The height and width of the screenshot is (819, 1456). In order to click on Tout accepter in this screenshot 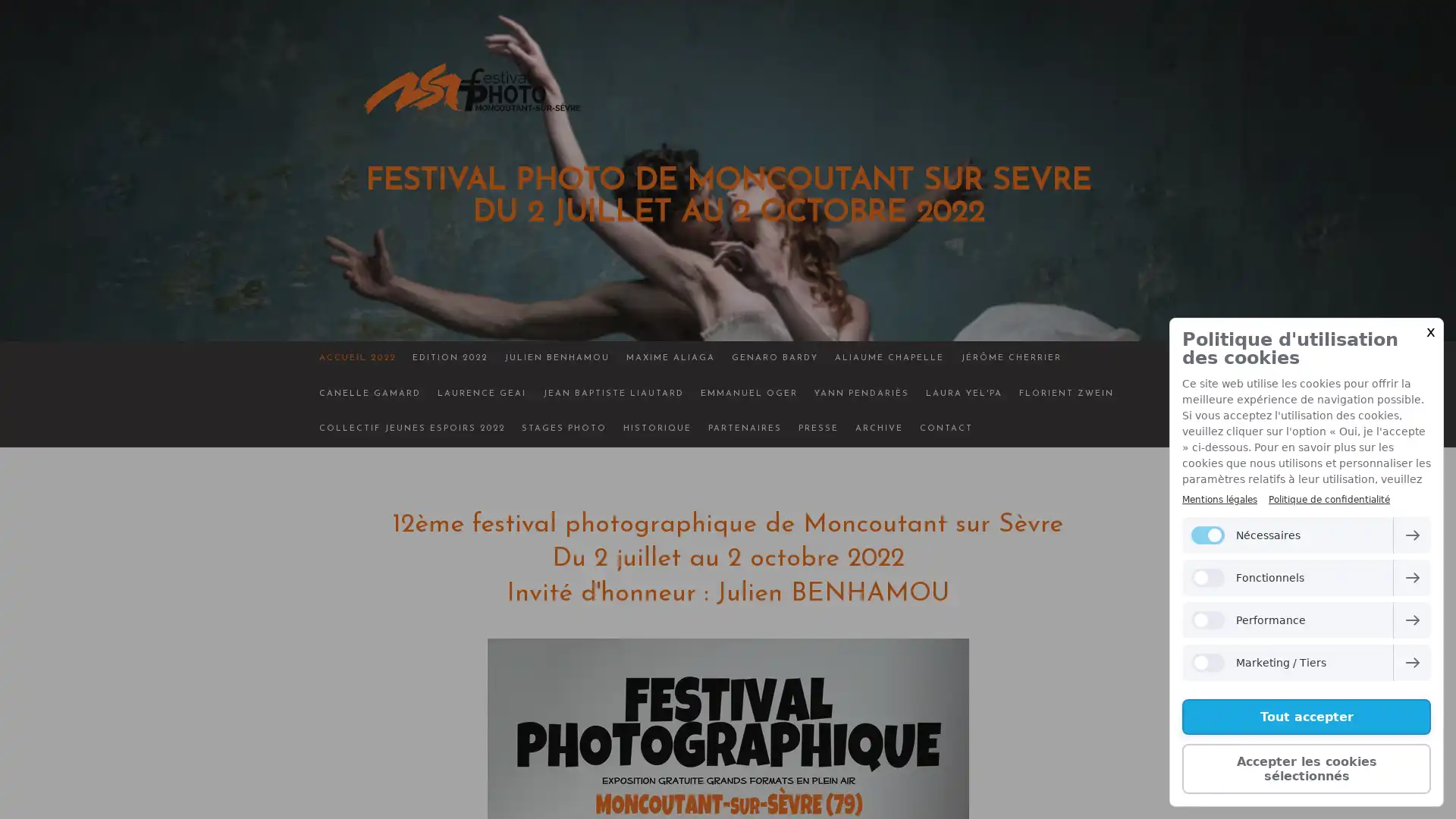, I will do `click(1306, 717)`.